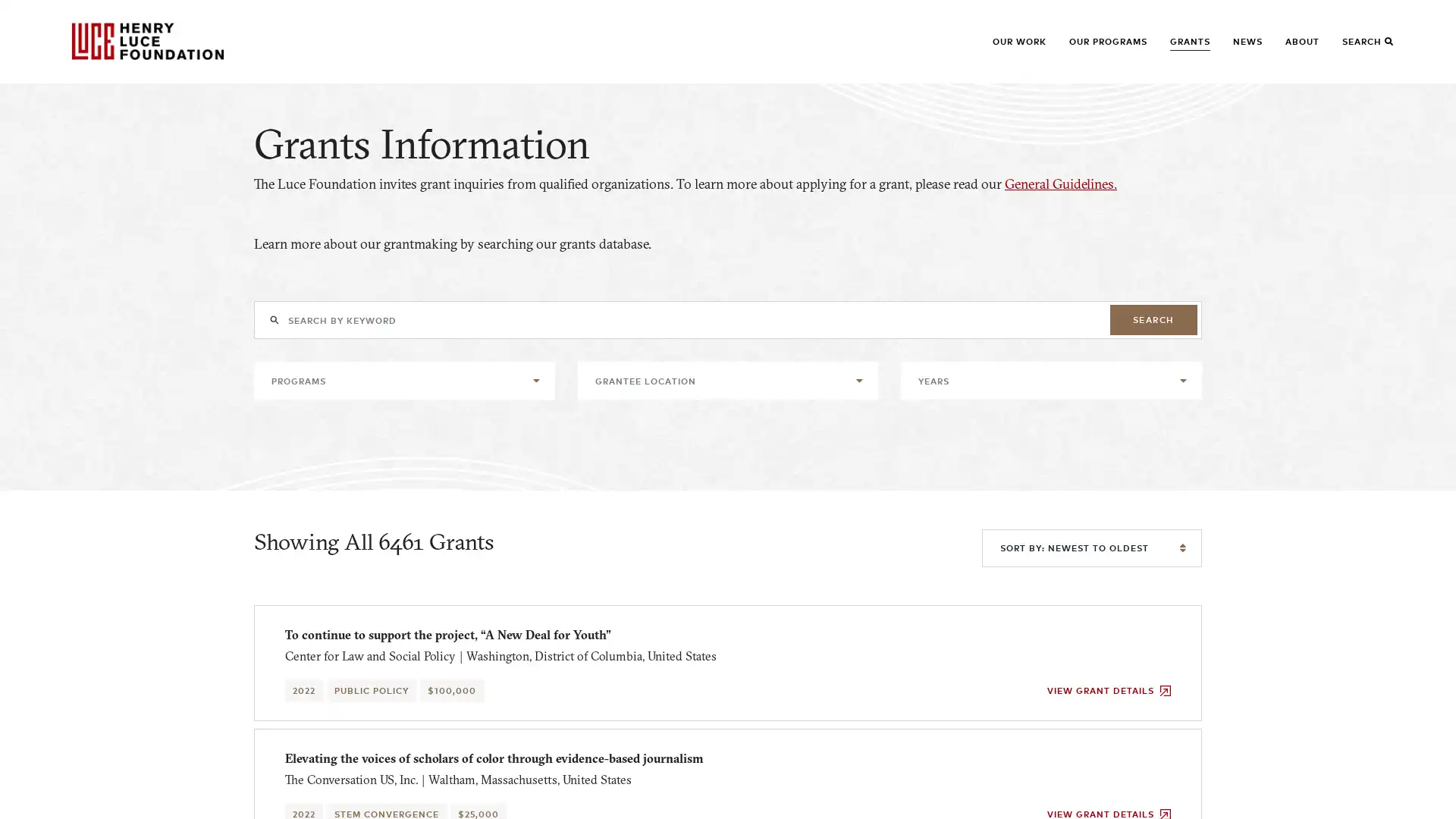 The image size is (1456, 819). Describe the element at coordinates (403, 379) in the screenshot. I see `PROGRAMS` at that location.